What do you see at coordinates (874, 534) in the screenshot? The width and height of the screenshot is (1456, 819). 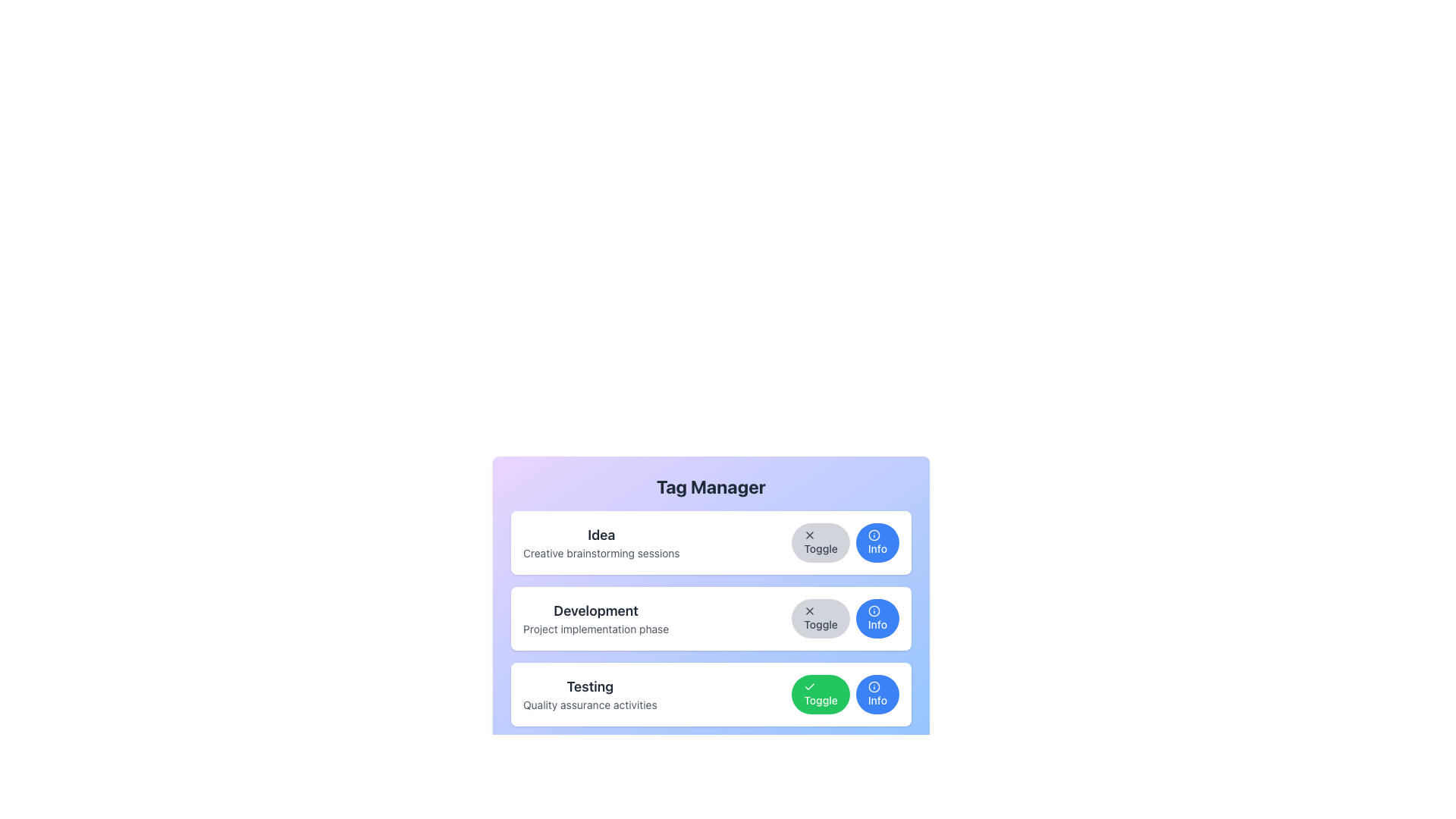 I see `the circular blue Information Icon with a white border containing the lowercase 'i'` at bounding box center [874, 534].